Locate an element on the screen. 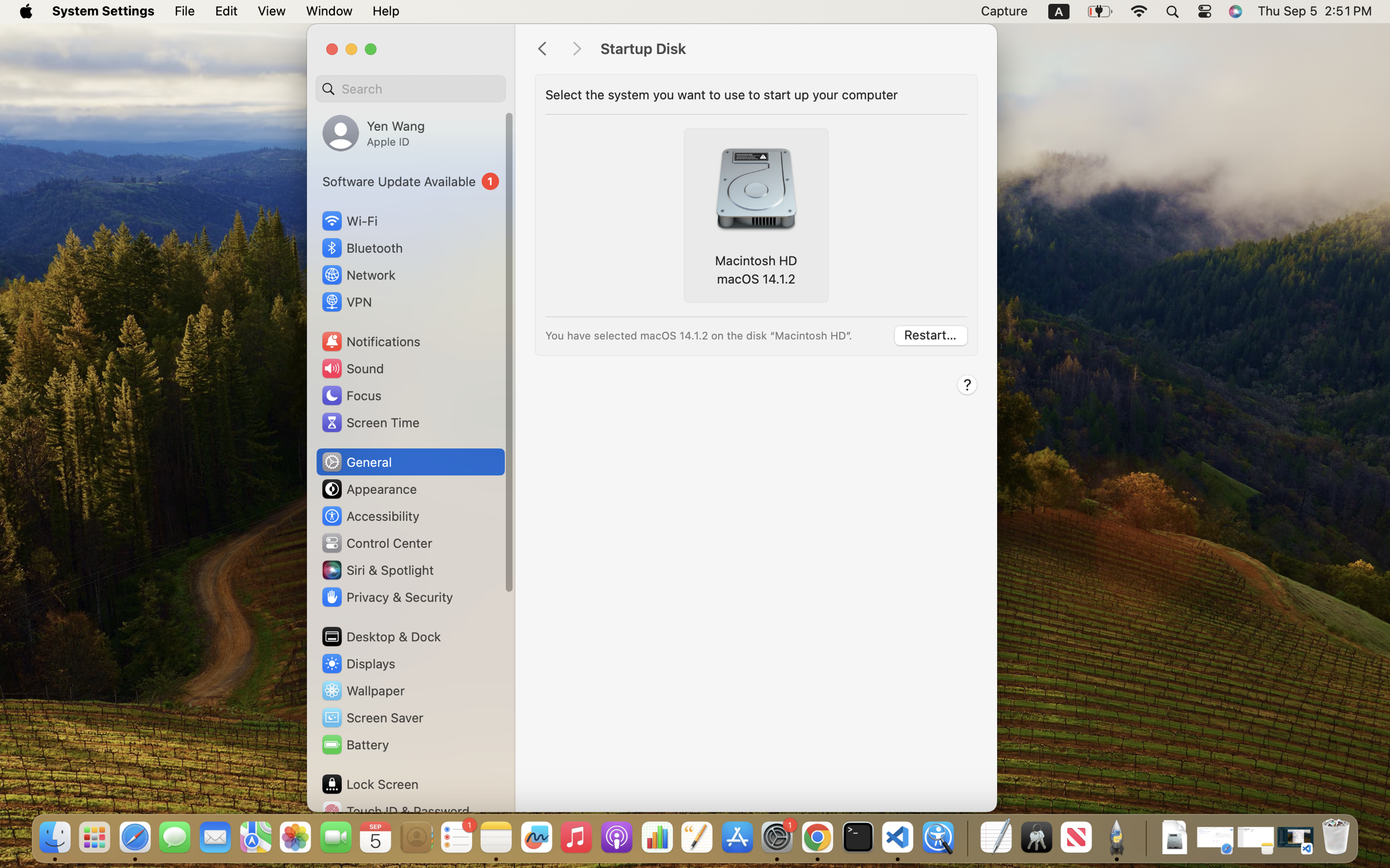  'Displays' is located at coordinates (358, 662).